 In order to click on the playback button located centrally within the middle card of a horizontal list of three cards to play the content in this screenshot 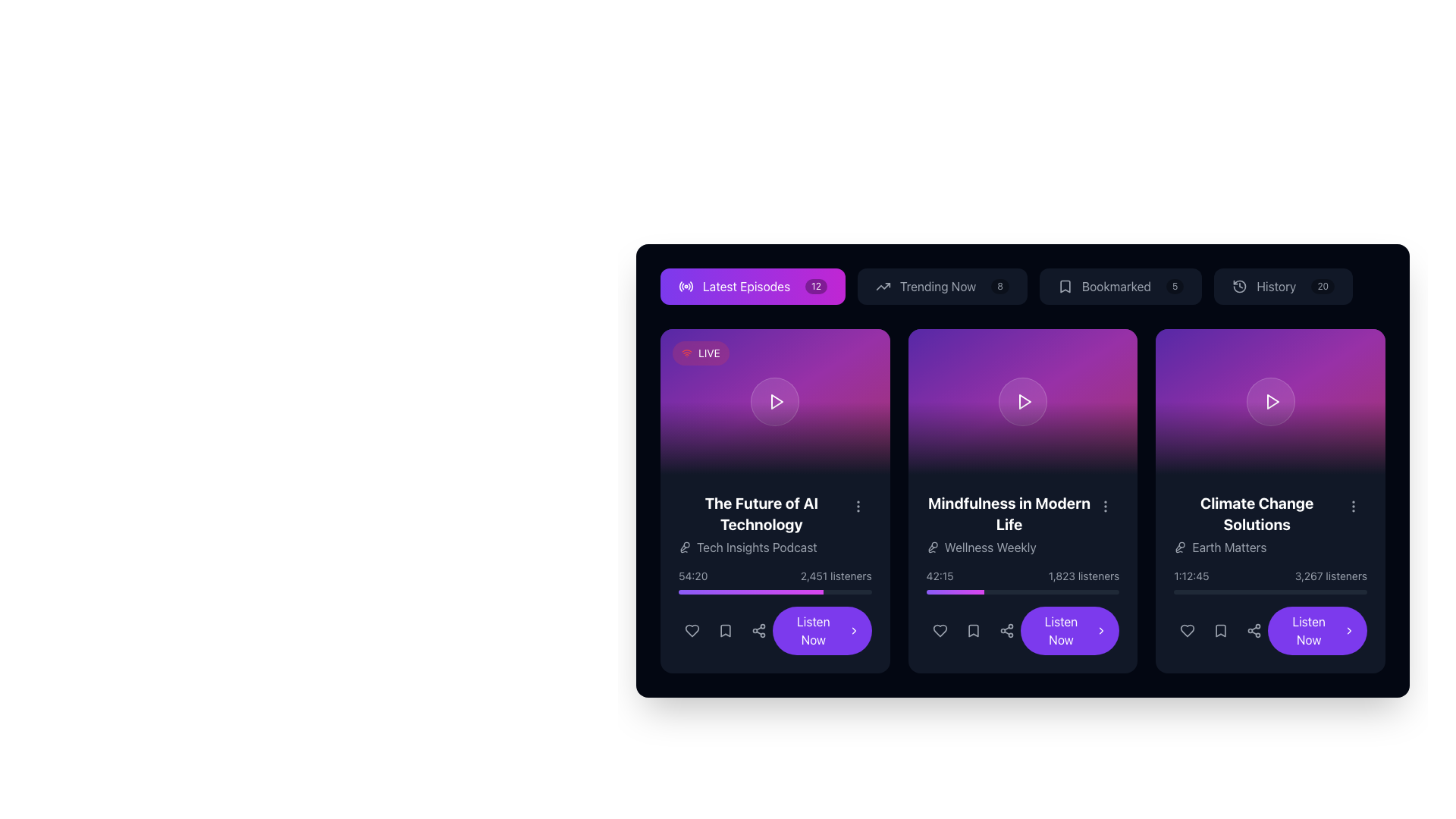, I will do `click(1022, 400)`.